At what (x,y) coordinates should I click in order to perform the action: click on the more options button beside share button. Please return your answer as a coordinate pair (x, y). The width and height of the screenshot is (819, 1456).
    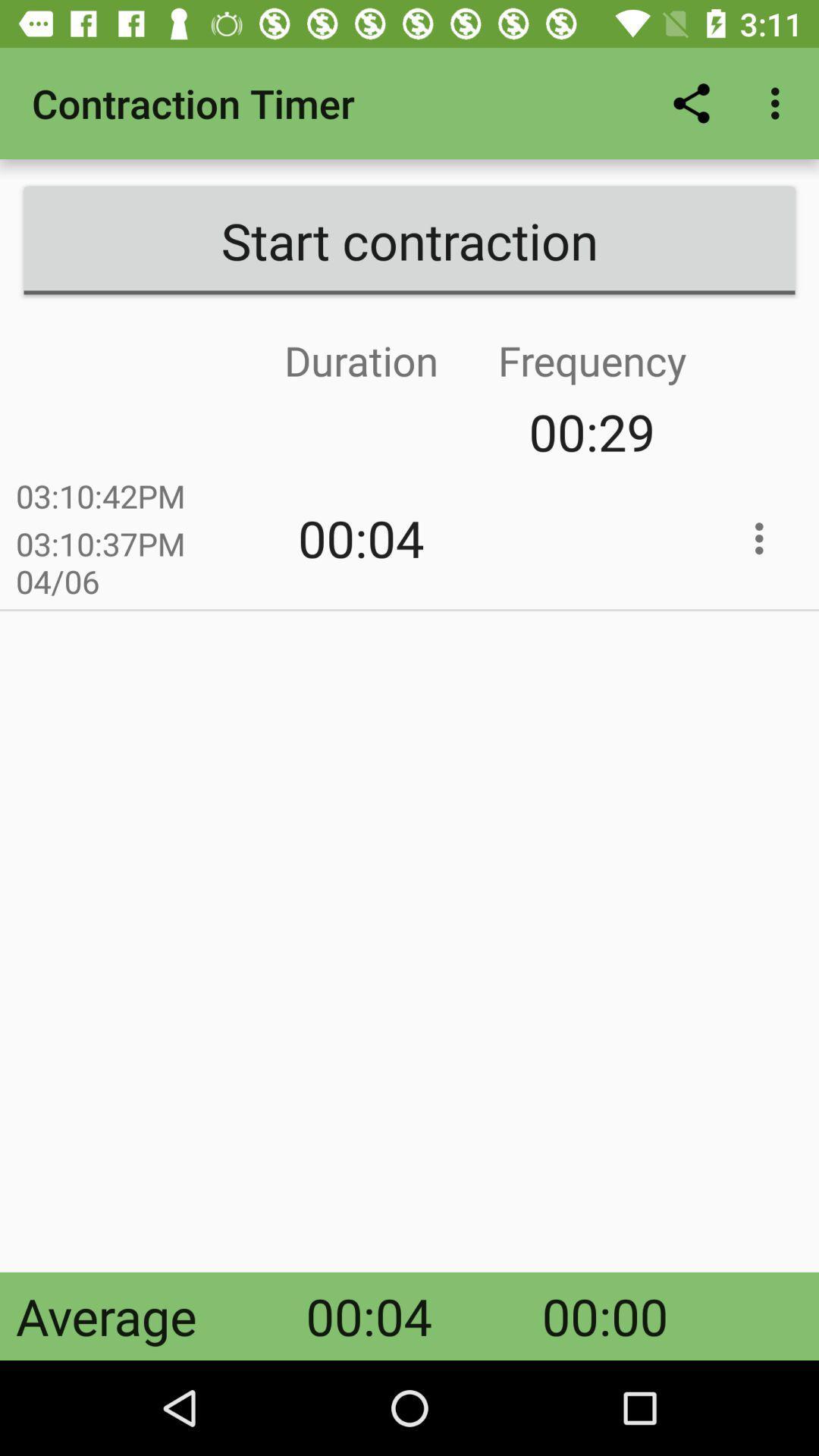
    Looking at the image, I should click on (779, 103).